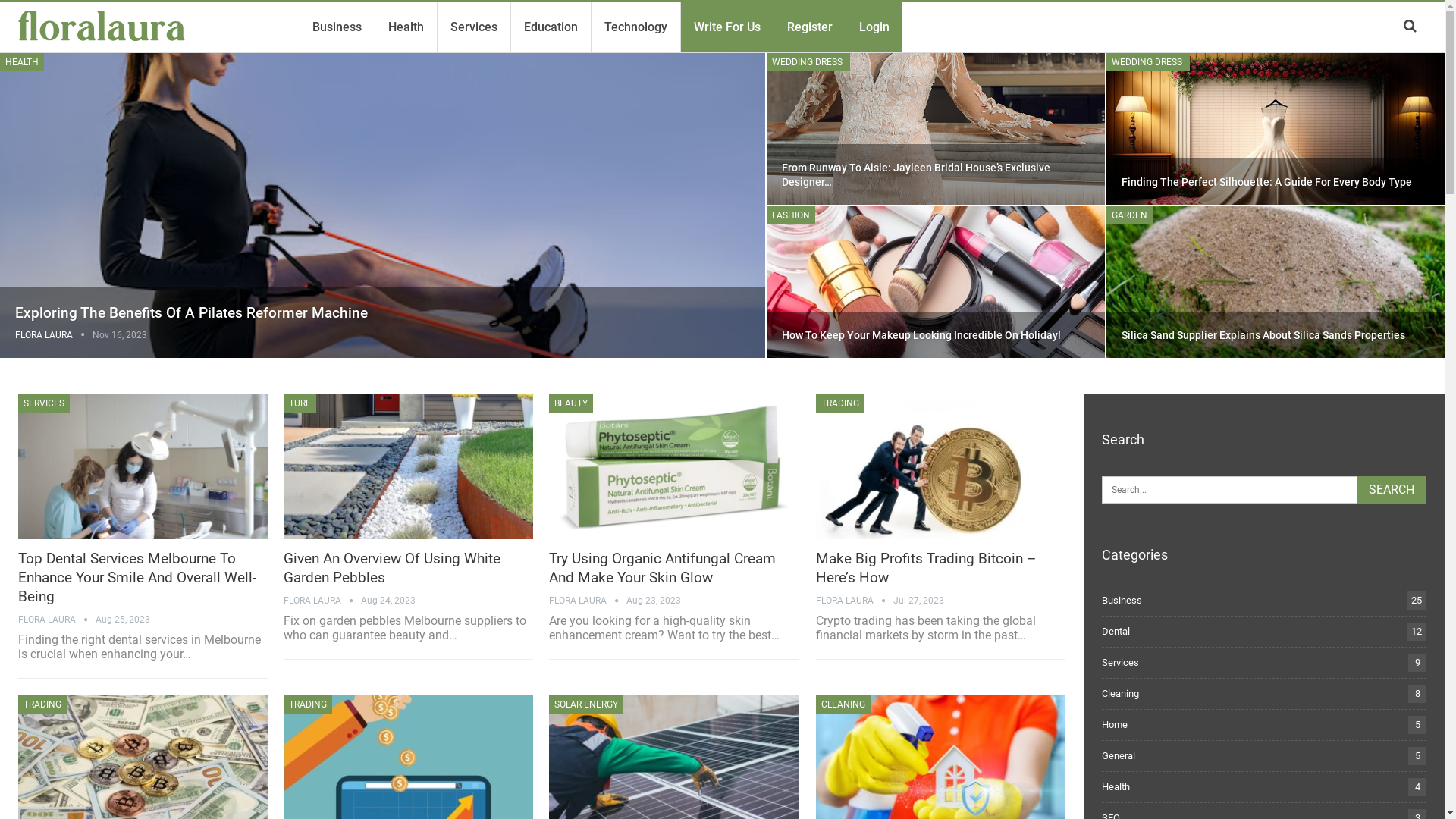 Image resolution: width=1456 pixels, height=819 pixels. Describe the element at coordinates (1105, 127) in the screenshot. I see `'Finding the Perfect Silhouette: A Guide for Every Body Type'` at that location.